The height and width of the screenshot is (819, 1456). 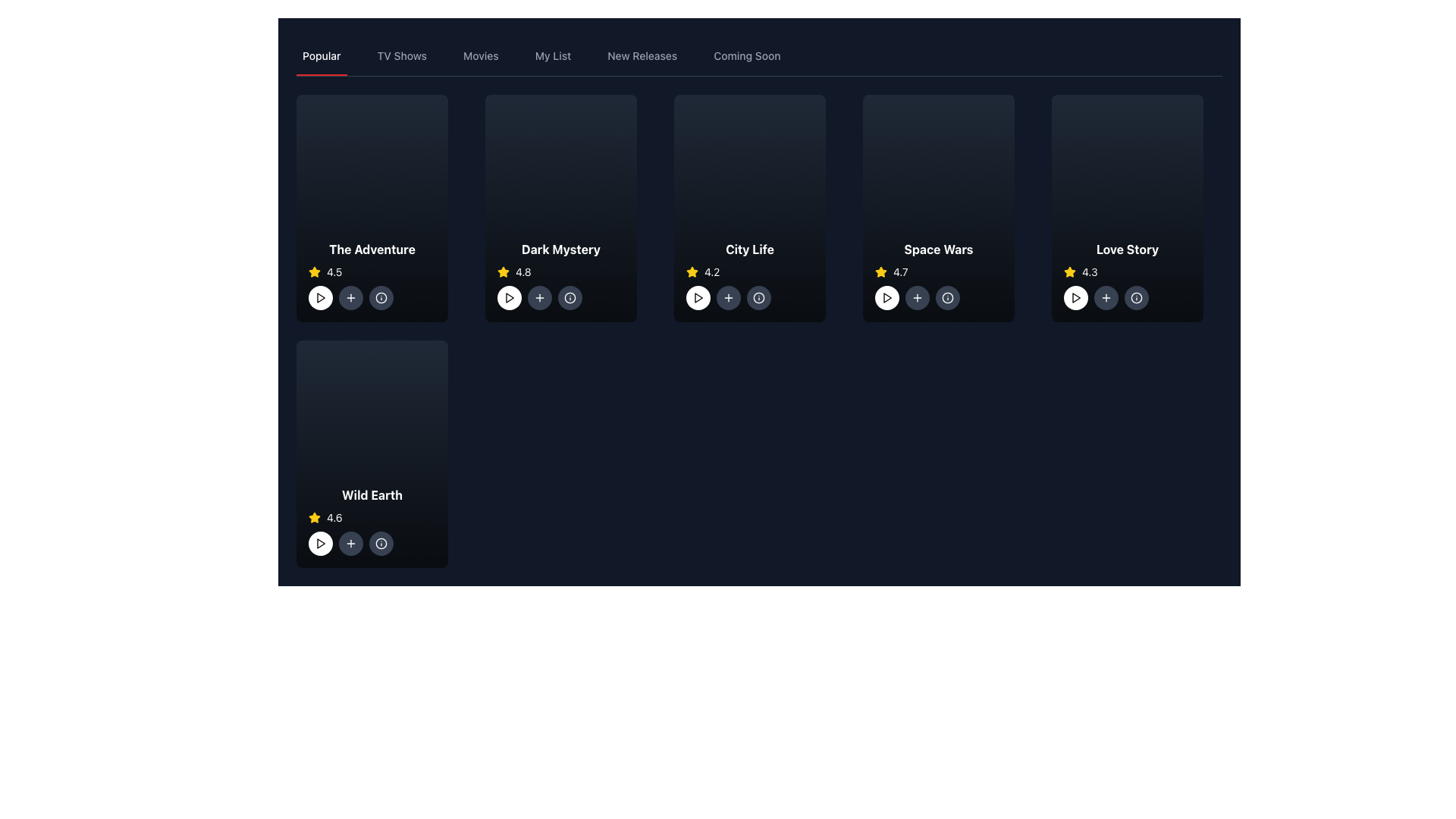 What do you see at coordinates (503, 271) in the screenshot?
I see `the rating icon located on the fourth card in the first row of the grid layout, adjacent to the text '4.7'` at bounding box center [503, 271].